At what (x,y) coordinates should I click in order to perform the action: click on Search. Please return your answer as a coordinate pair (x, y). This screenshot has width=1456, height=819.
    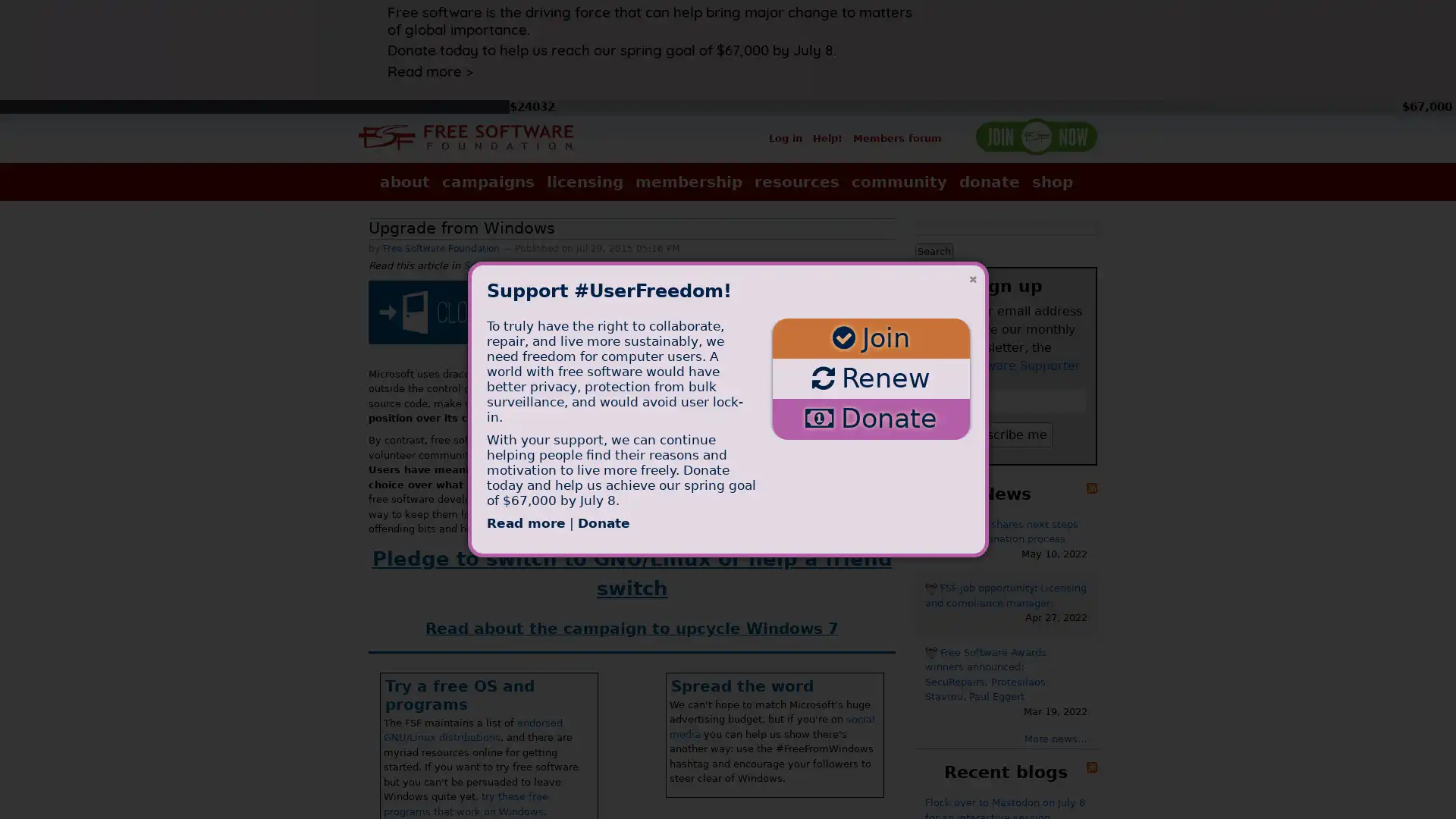
    Looking at the image, I should click on (934, 249).